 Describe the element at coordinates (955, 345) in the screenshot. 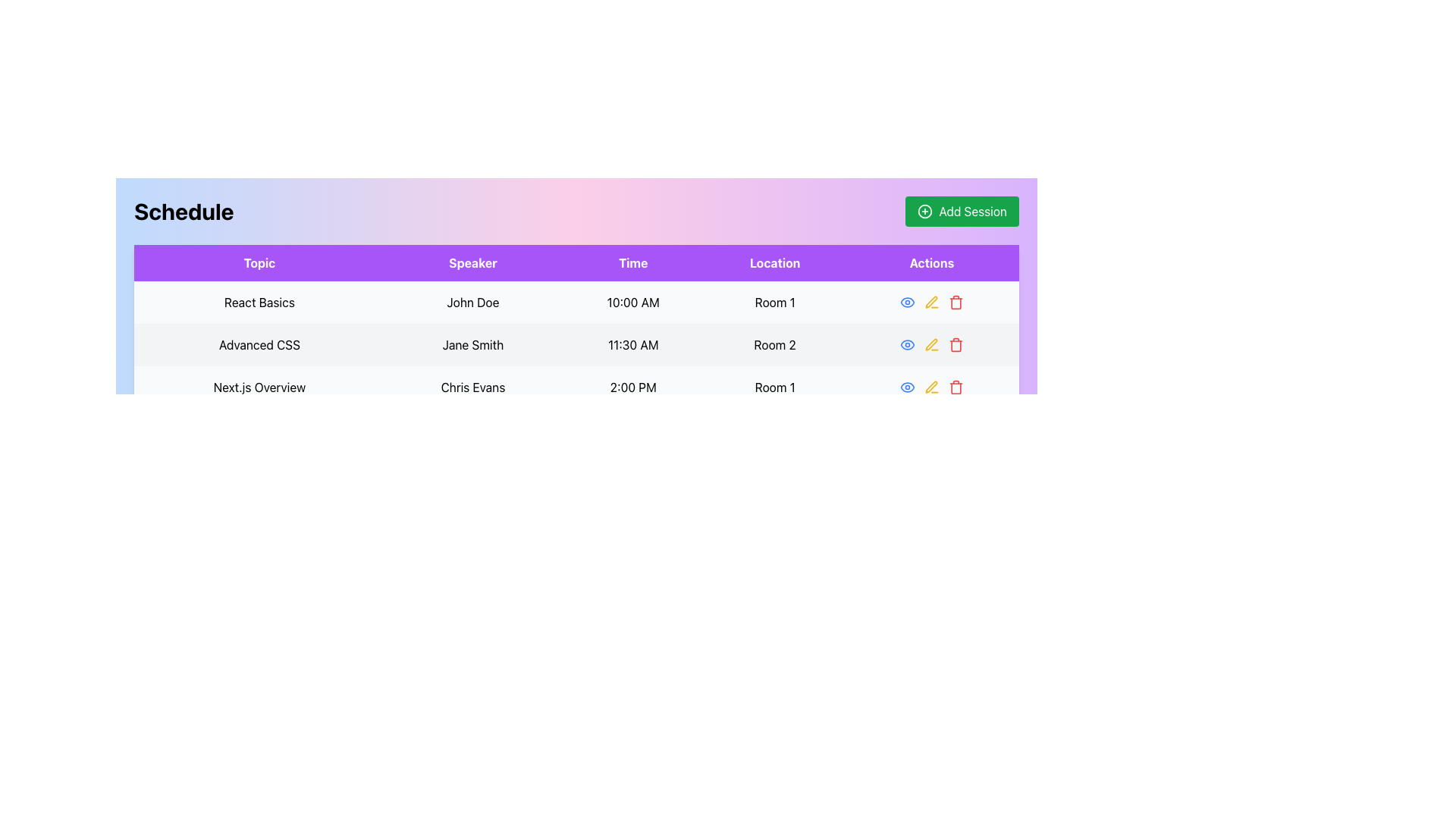

I see `the delete button icon in the rightmost column of the second row for the 'Advanced CSS' session entry` at that location.